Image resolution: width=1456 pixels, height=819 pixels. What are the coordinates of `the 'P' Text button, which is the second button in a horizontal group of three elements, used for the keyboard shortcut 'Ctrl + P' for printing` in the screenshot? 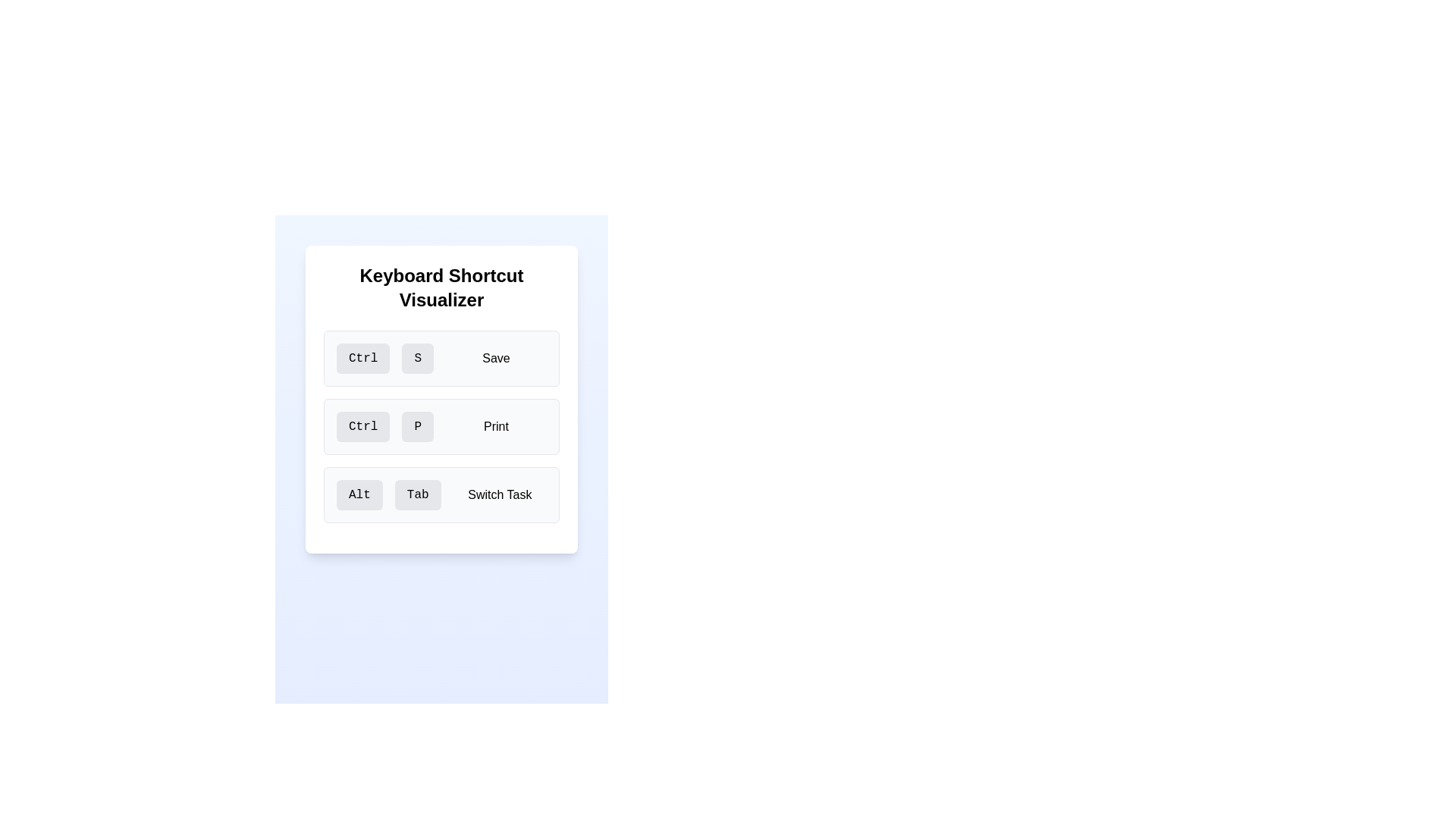 It's located at (418, 427).